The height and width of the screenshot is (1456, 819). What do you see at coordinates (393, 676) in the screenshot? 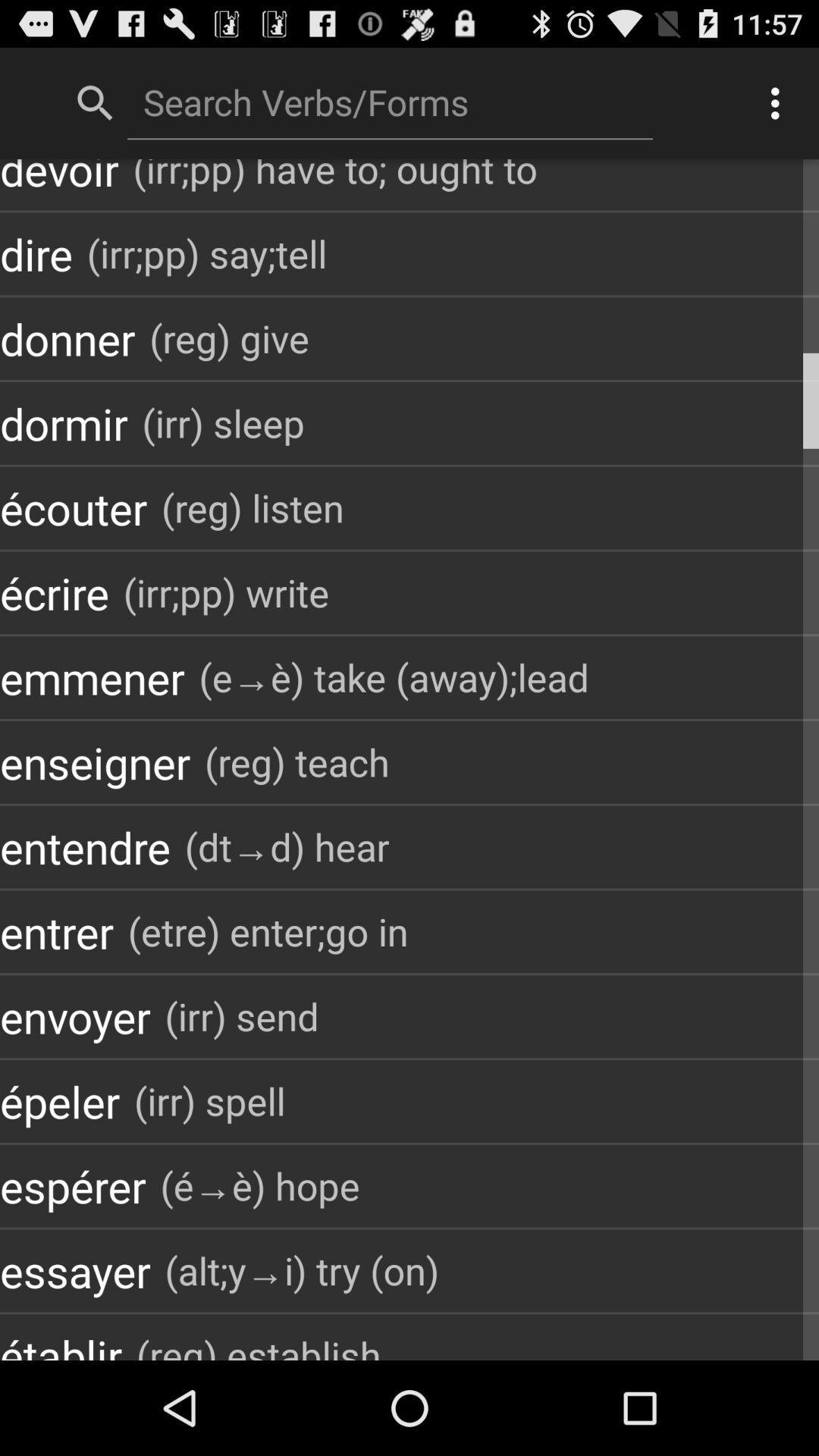
I see `the icon to the right of the emmener item` at bounding box center [393, 676].